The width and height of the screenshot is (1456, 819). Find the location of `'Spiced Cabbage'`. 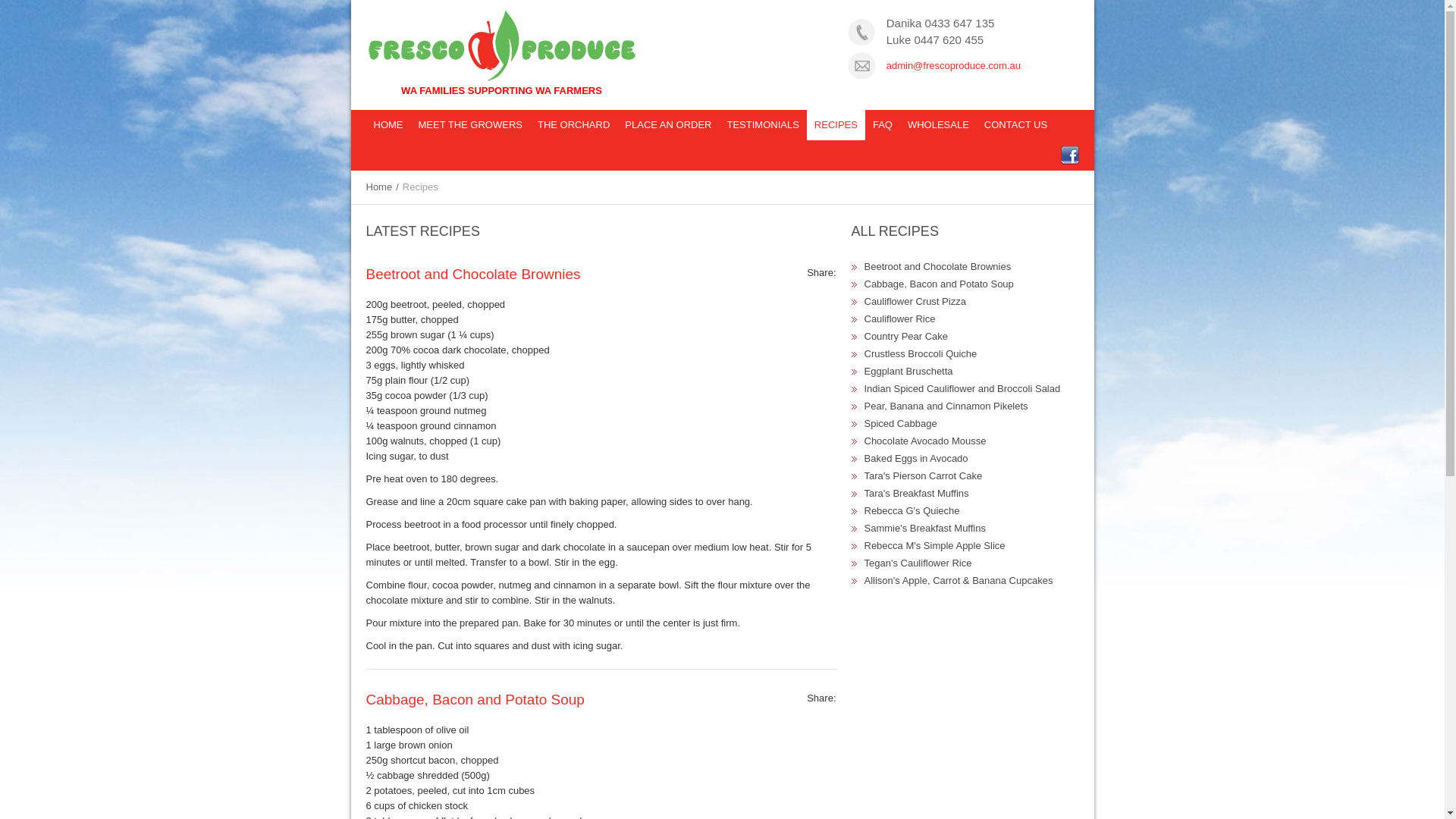

'Spiced Cabbage' is located at coordinates (901, 423).